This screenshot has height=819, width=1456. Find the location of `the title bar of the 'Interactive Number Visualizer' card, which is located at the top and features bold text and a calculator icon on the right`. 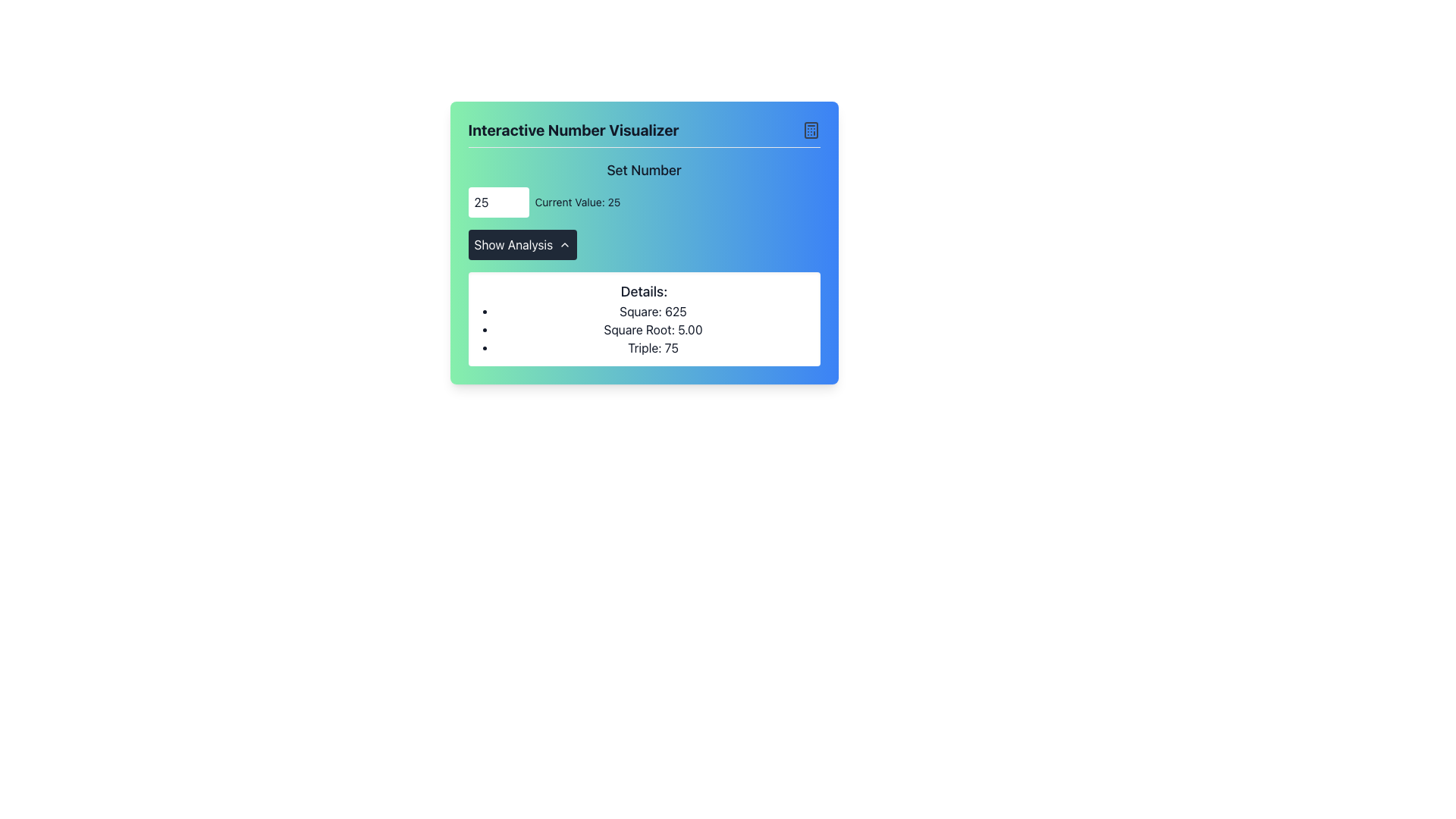

the title bar of the 'Interactive Number Visualizer' card, which is located at the top and features bold text and a calculator icon on the right is located at coordinates (644, 133).